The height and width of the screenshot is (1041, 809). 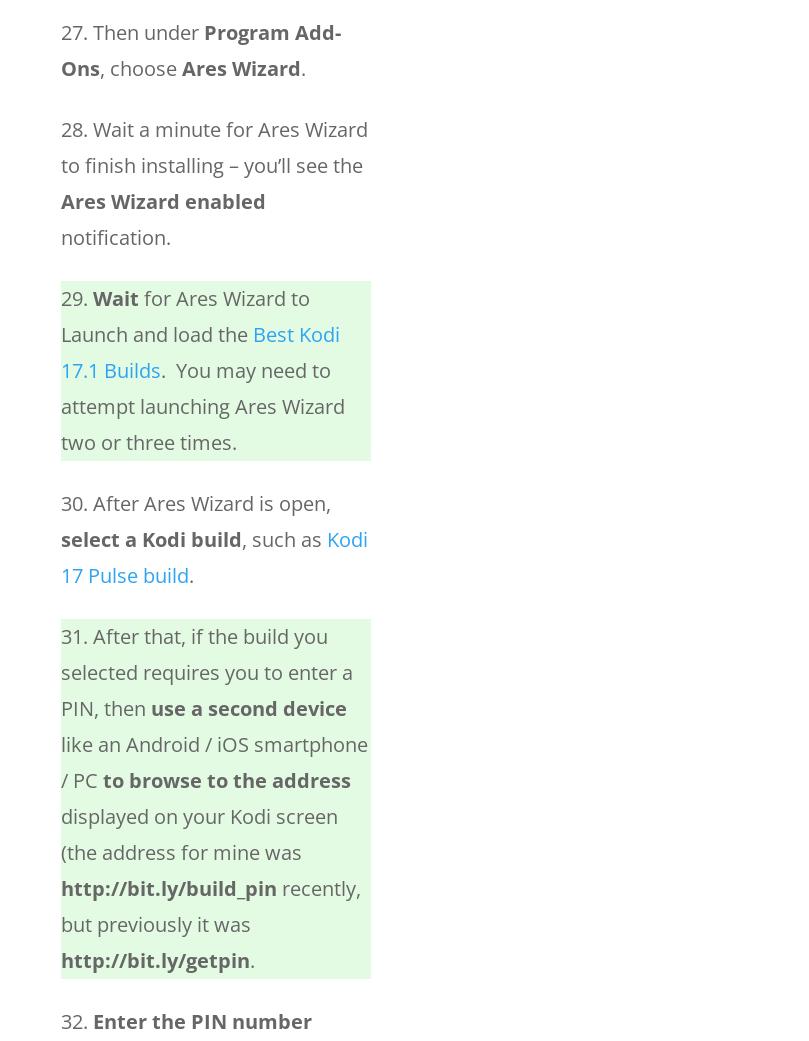 What do you see at coordinates (226, 780) in the screenshot?
I see `'to browse to the address'` at bounding box center [226, 780].